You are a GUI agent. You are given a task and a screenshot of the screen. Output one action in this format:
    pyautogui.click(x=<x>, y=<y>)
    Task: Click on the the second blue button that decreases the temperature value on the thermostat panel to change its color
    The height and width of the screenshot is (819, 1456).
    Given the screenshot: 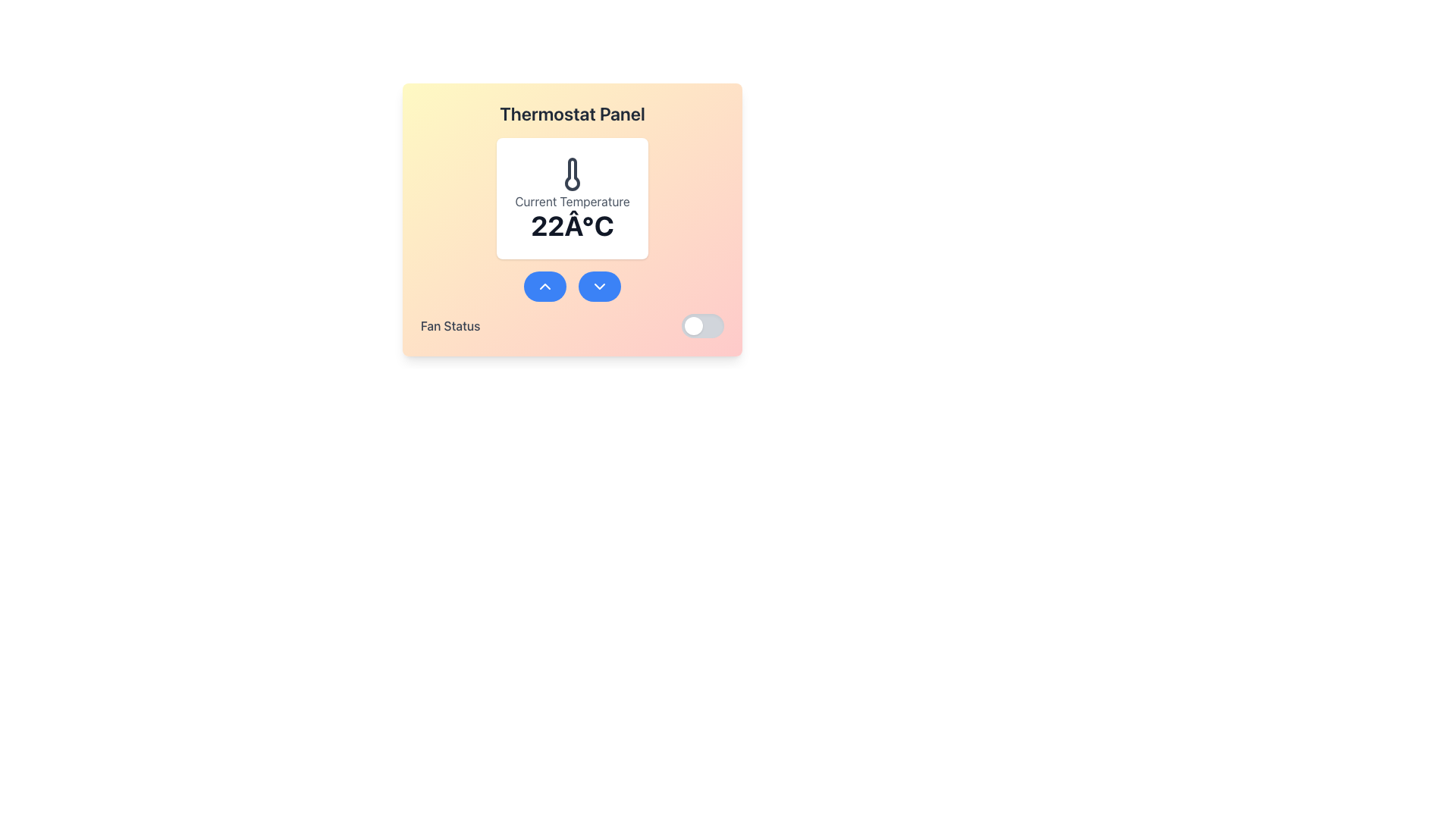 What is the action you would take?
    pyautogui.click(x=599, y=287)
    